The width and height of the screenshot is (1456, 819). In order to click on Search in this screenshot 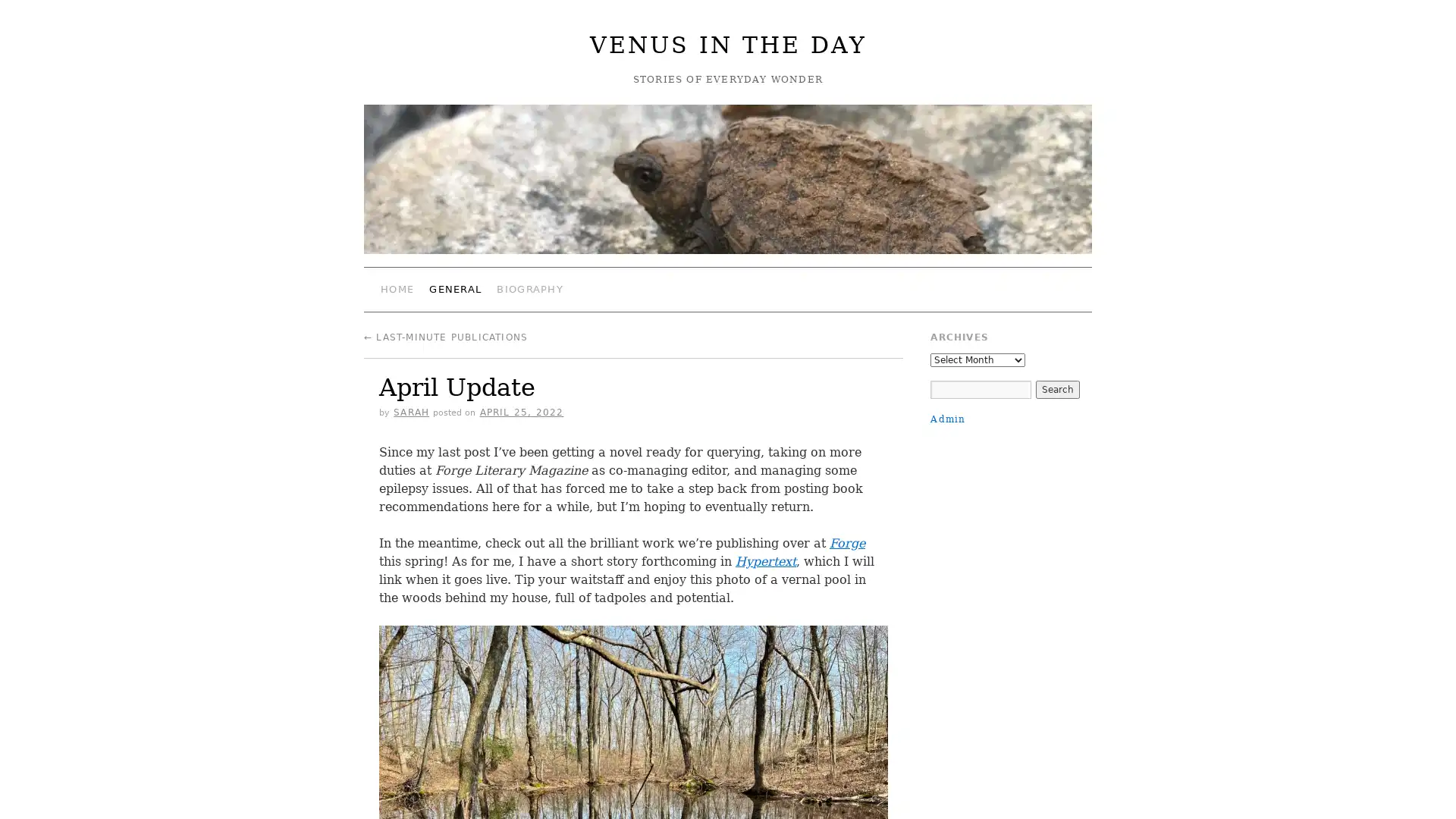, I will do `click(1056, 388)`.